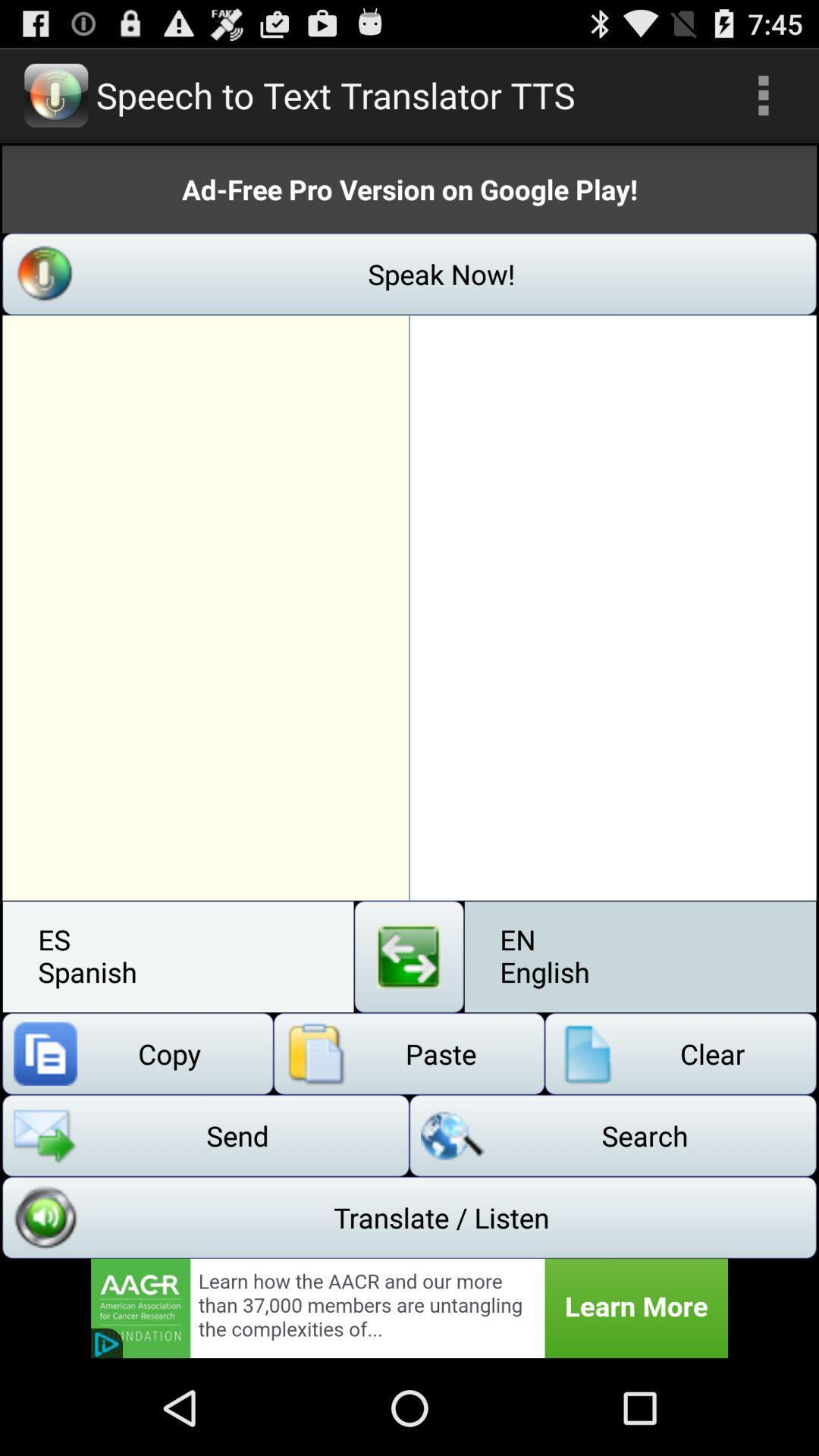  What do you see at coordinates (409, 1307) in the screenshot?
I see `advertisement` at bounding box center [409, 1307].